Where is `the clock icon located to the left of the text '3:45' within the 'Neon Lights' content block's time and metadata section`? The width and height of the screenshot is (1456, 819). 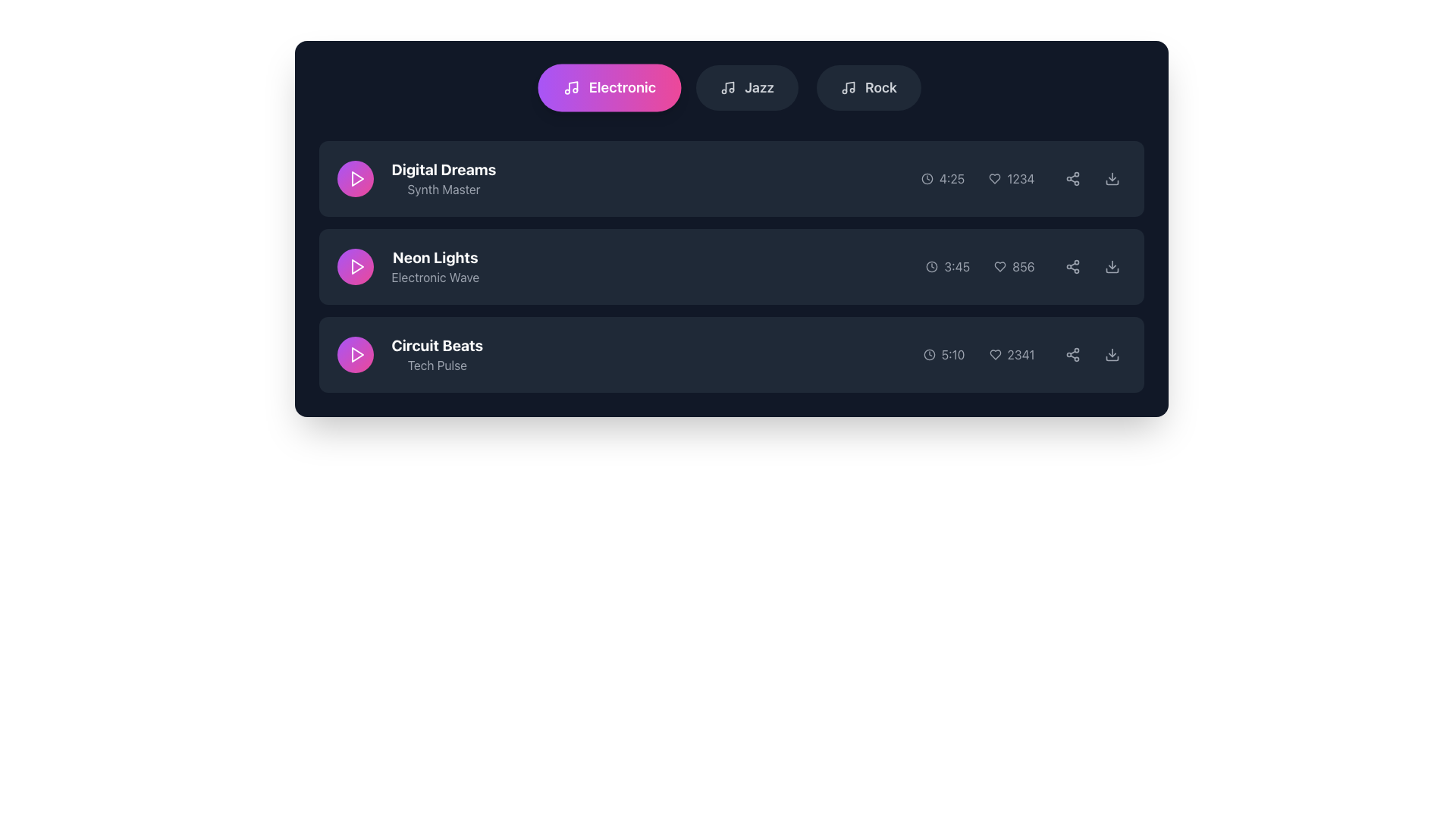 the clock icon located to the left of the text '3:45' within the 'Neon Lights' content block's time and metadata section is located at coordinates (931, 265).